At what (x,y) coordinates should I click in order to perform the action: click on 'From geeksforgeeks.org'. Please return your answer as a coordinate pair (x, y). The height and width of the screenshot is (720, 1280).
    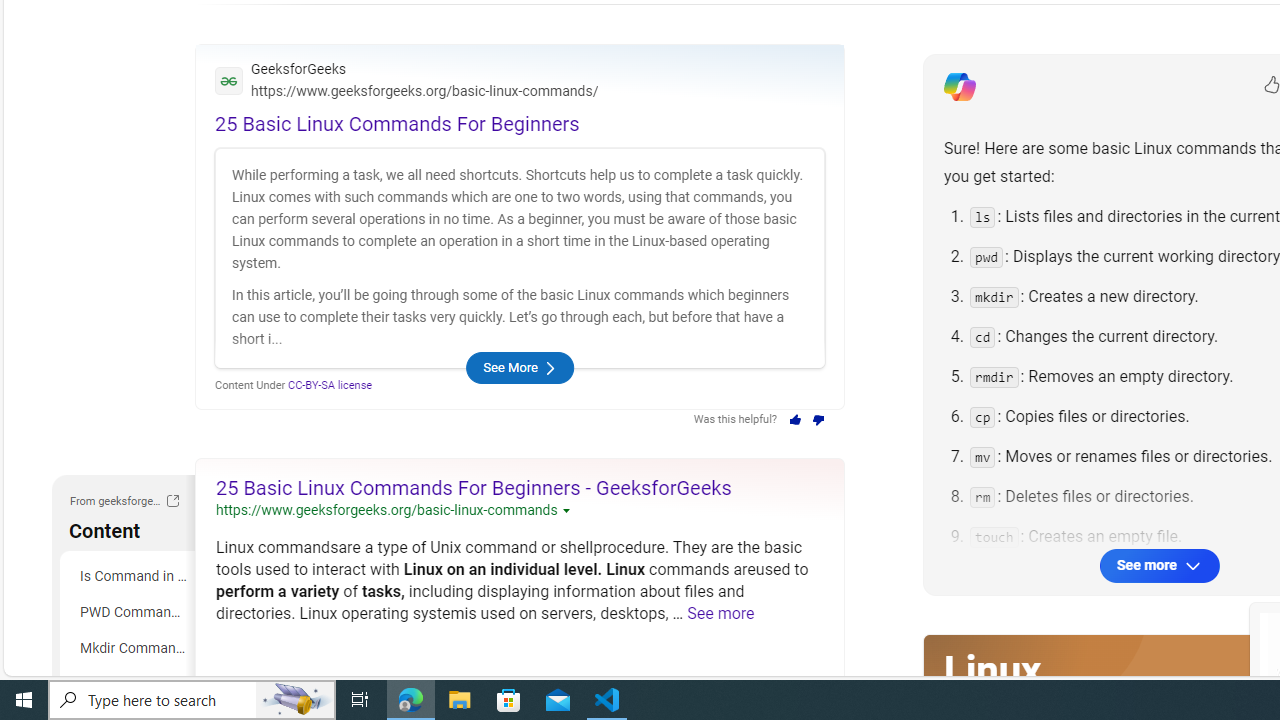
    Looking at the image, I should click on (172, 502).